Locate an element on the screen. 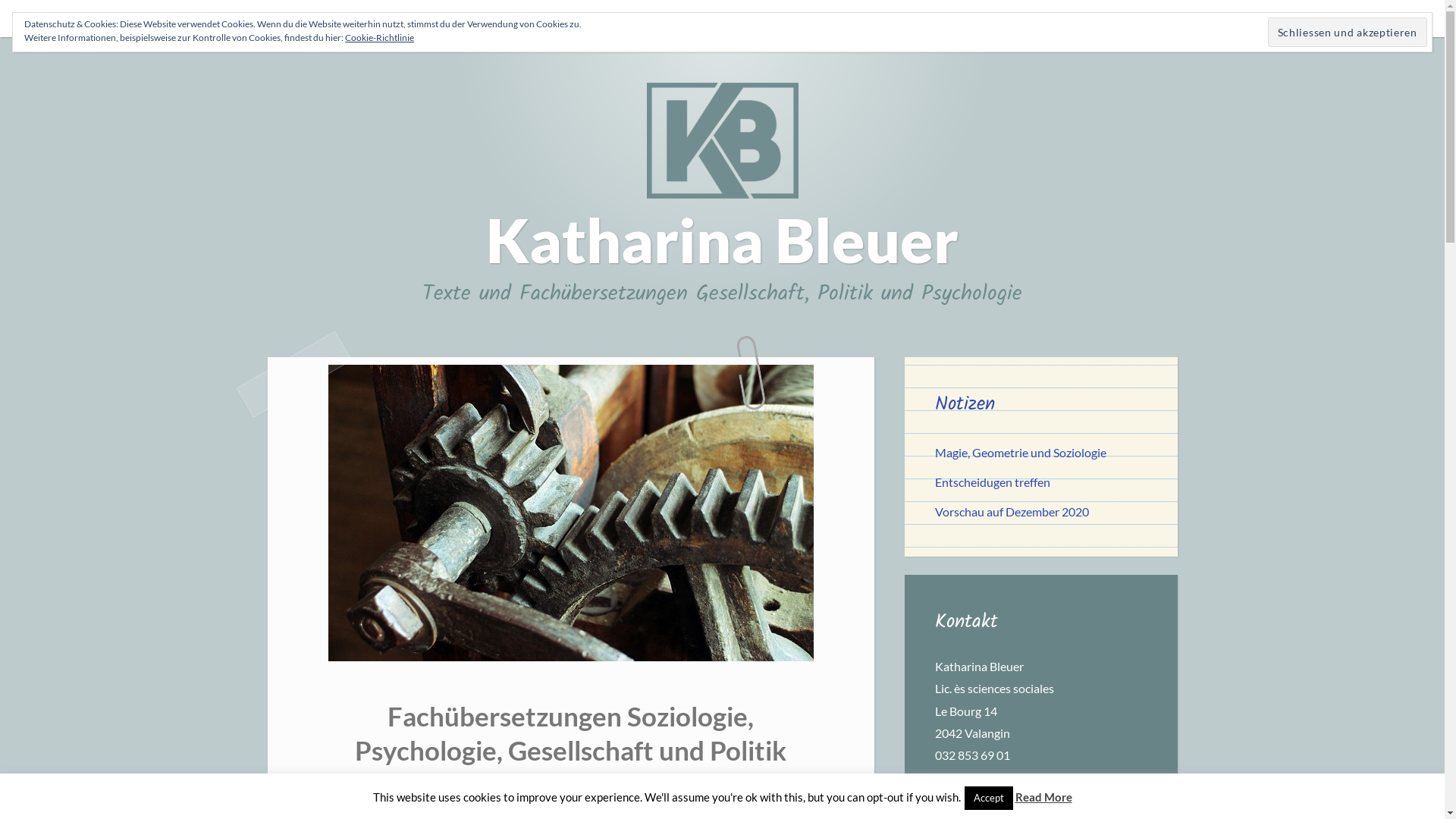 The height and width of the screenshot is (819, 1456). 'Entscheidugen treffen' is located at coordinates (934, 482).